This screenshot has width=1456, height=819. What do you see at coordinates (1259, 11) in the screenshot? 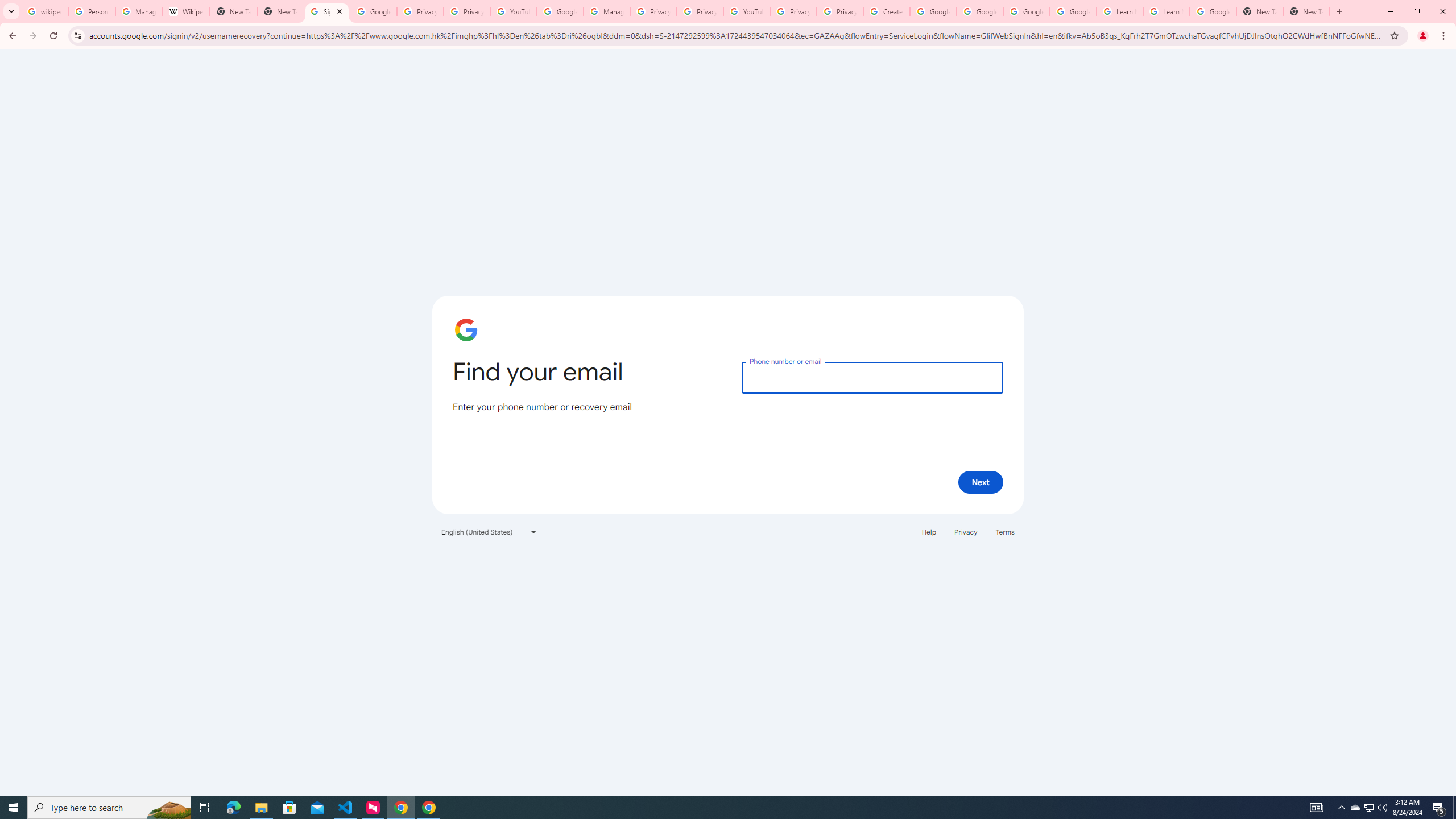
I see `'New Tab'` at bounding box center [1259, 11].